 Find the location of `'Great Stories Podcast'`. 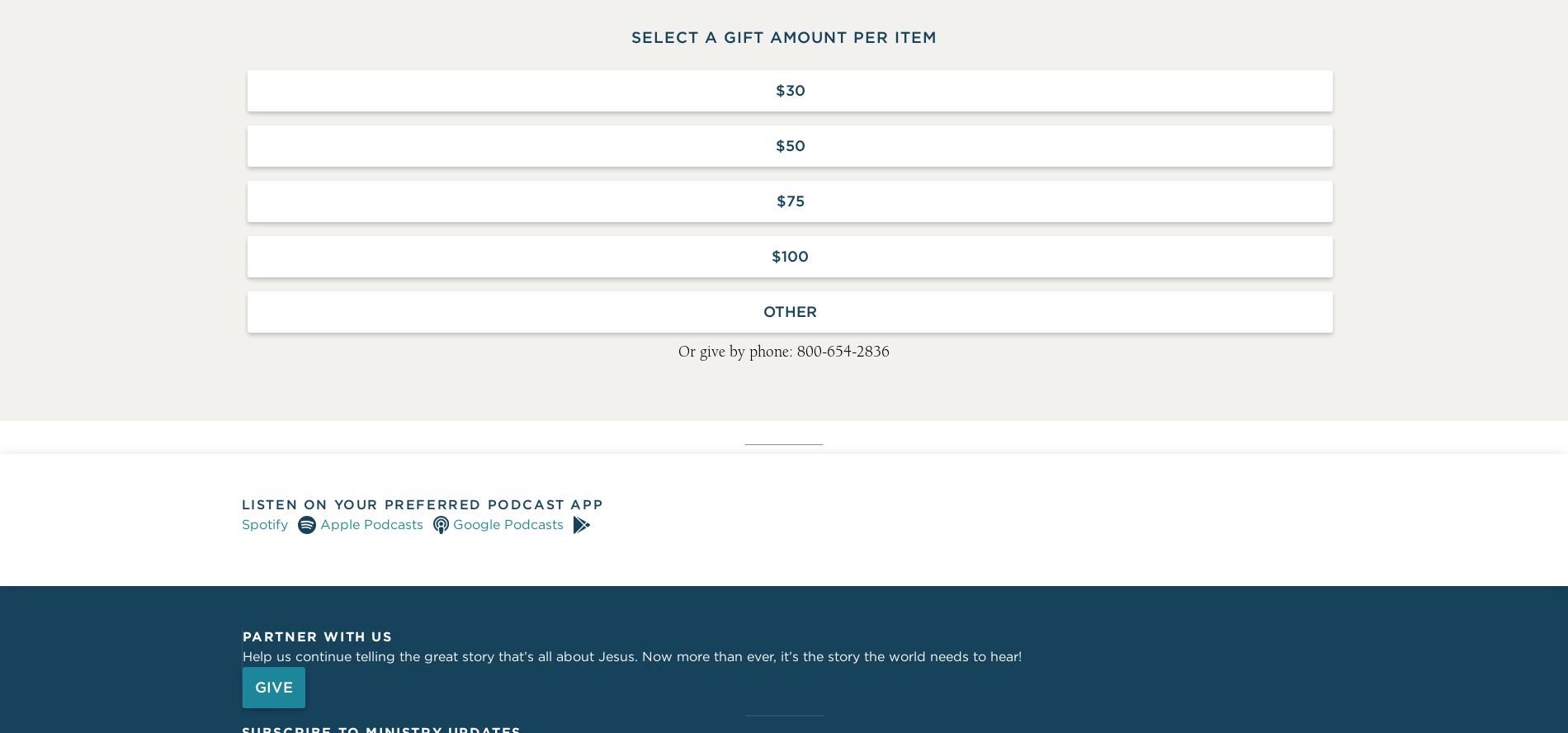

'Great Stories Podcast' is located at coordinates (347, 12).